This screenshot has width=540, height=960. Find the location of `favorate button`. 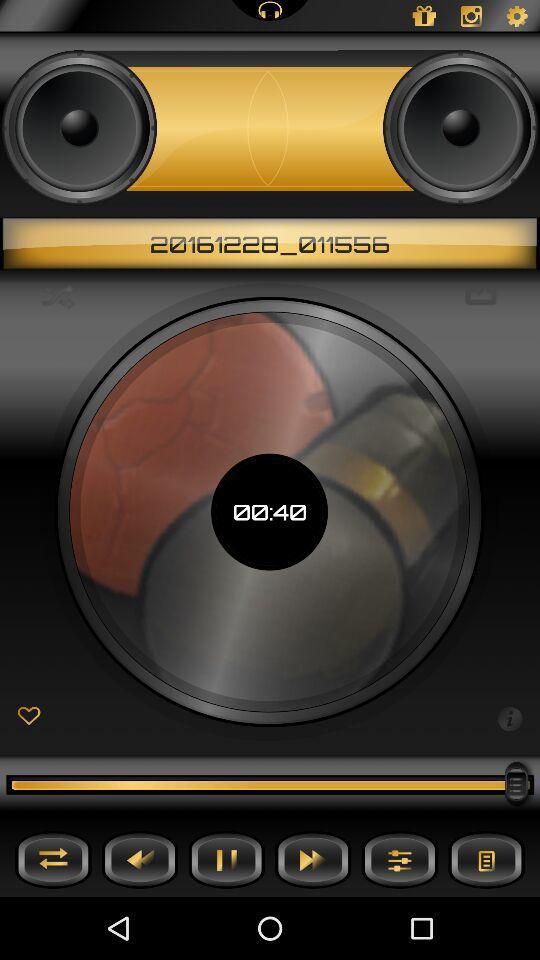

favorate button is located at coordinates (28, 717).